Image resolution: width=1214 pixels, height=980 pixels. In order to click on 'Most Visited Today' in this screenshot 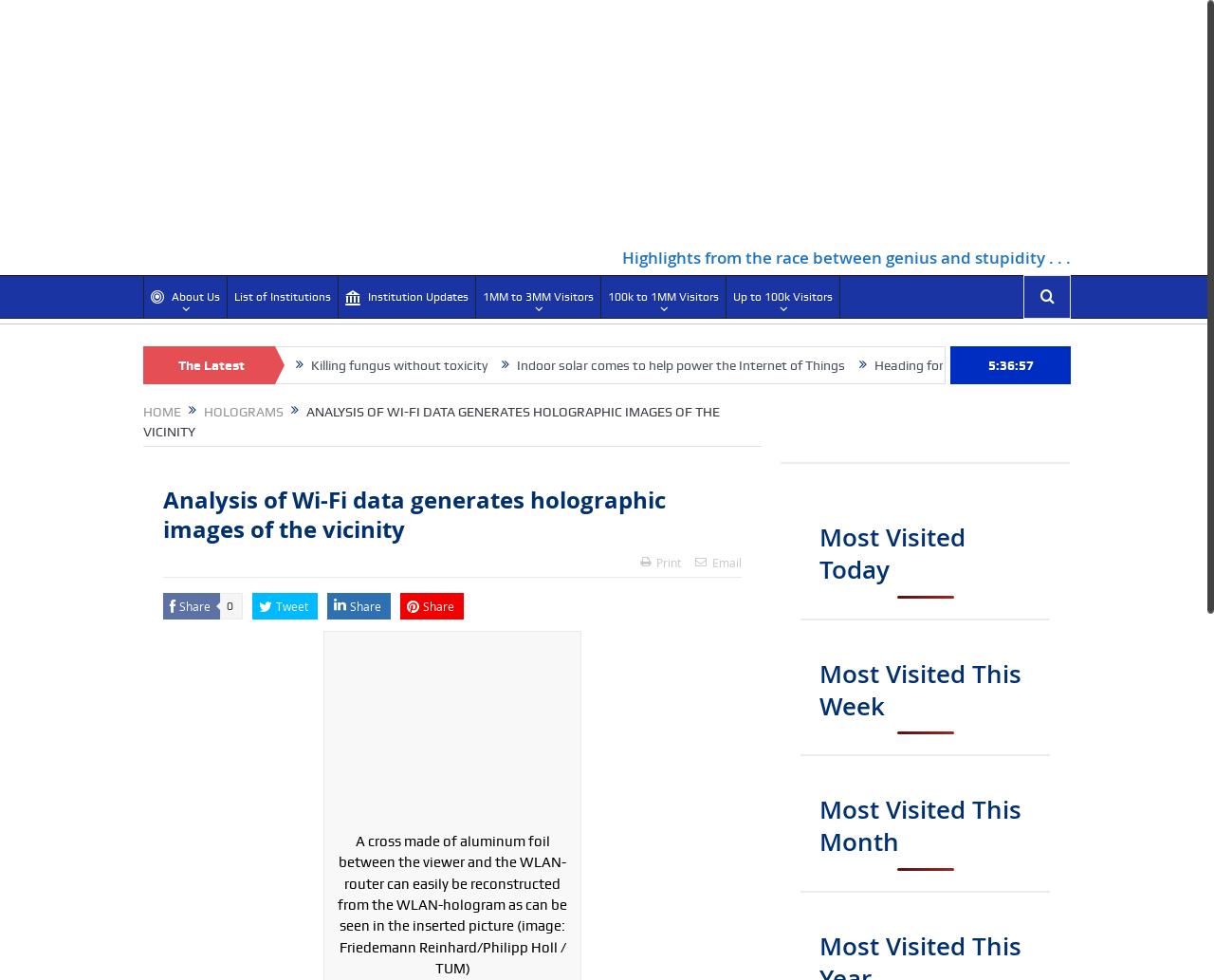, I will do `click(892, 552)`.